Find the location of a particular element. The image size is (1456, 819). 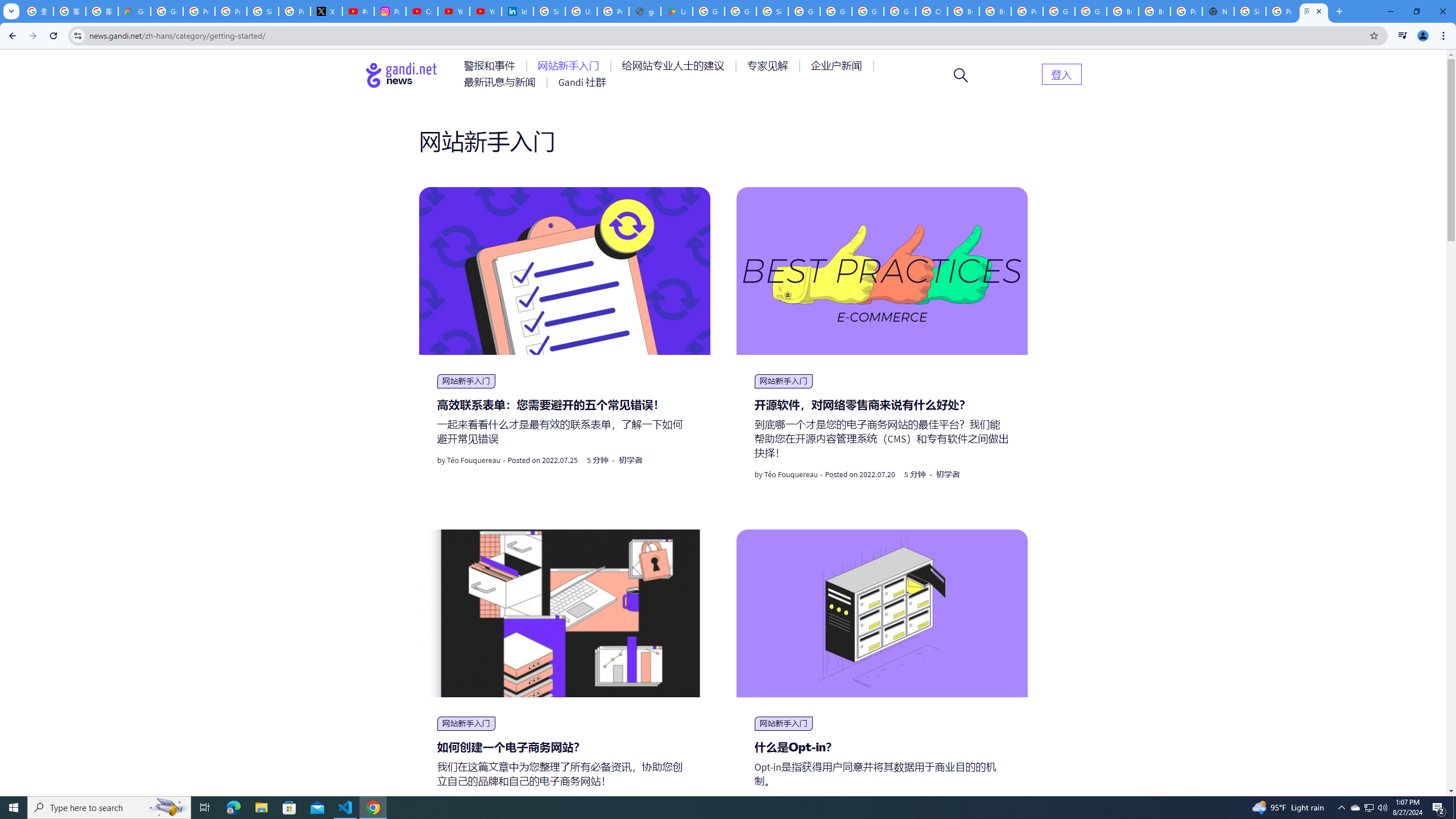

'Browse Chrome as a guest - Computer - Google Chrome Help' is located at coordinates (1123, 11).